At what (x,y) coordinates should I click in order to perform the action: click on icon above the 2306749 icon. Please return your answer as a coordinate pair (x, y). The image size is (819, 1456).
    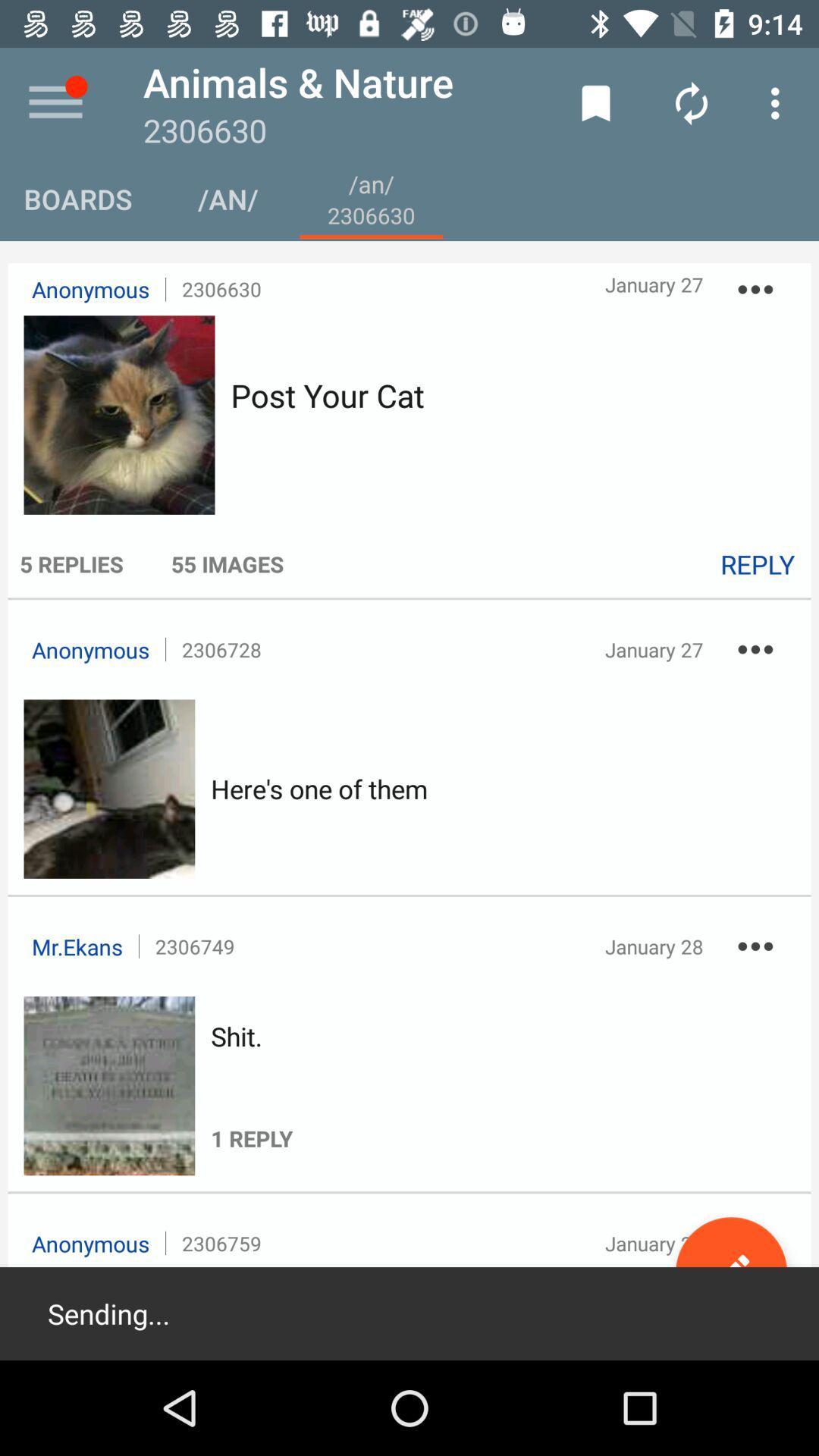
    Looking at the image, I should click on (318, 789).